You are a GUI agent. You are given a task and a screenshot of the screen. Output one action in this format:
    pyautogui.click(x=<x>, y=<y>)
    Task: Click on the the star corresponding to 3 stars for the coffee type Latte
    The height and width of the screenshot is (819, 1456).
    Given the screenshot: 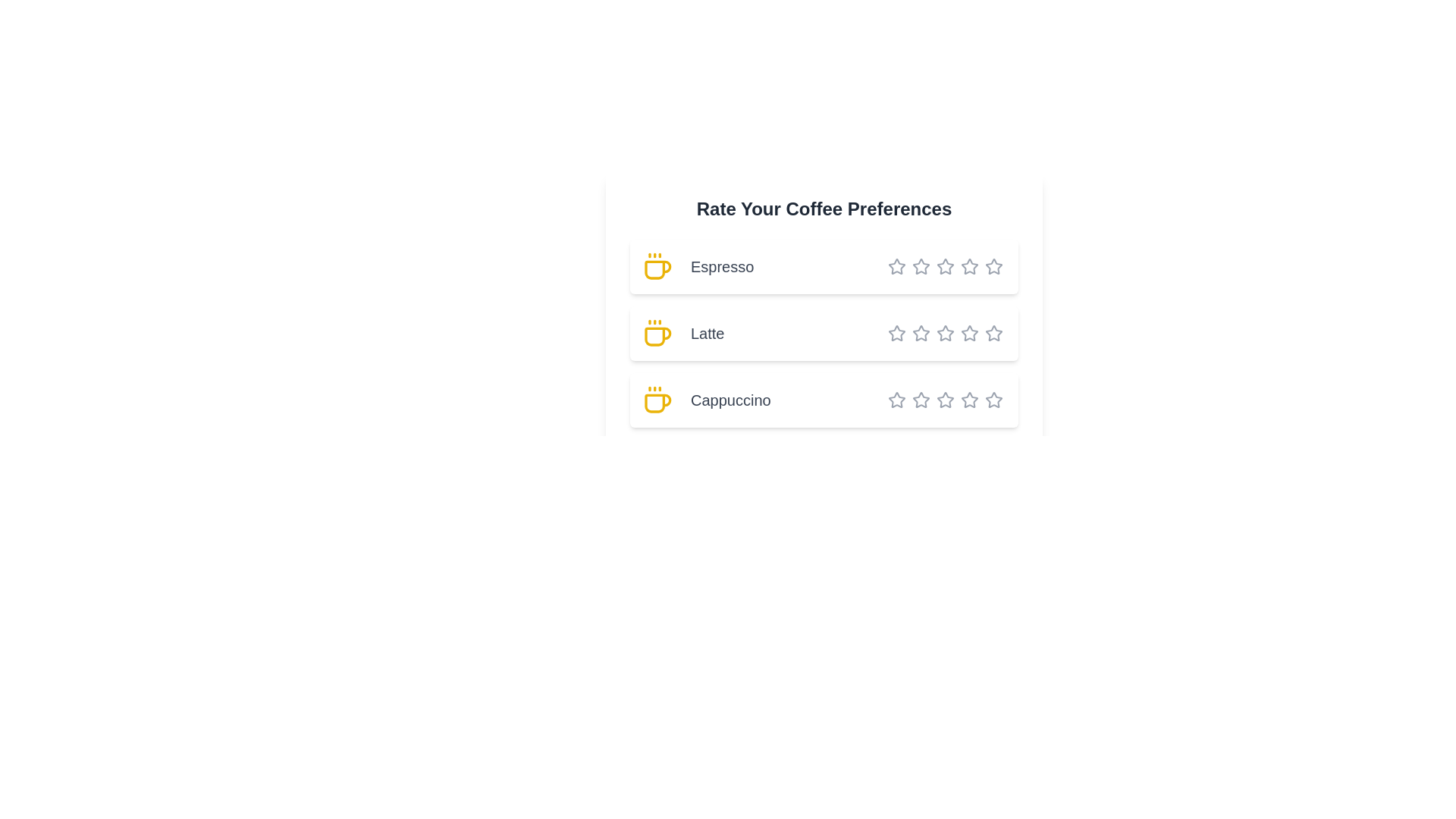 What is the action you would take?
    pyautogui.click(x=927, y=332)
    